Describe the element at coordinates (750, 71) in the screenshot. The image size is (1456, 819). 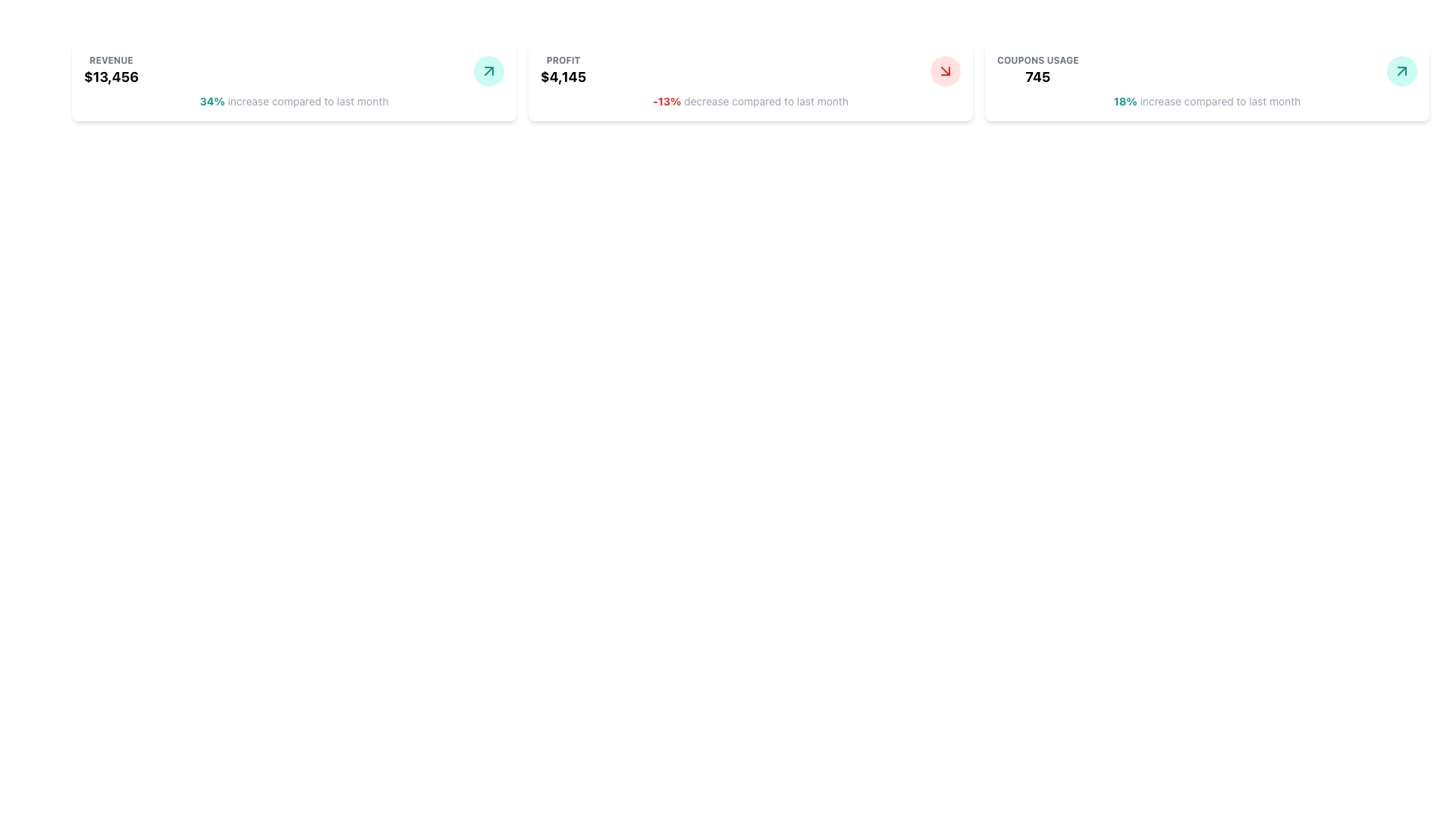
I see `the Display component showcasing statistical information, which features the label 'PROFIT' in gray text and the value '$4,145' in bold black text, along with a circular red arrow icon indicating a negative trend` at that location.